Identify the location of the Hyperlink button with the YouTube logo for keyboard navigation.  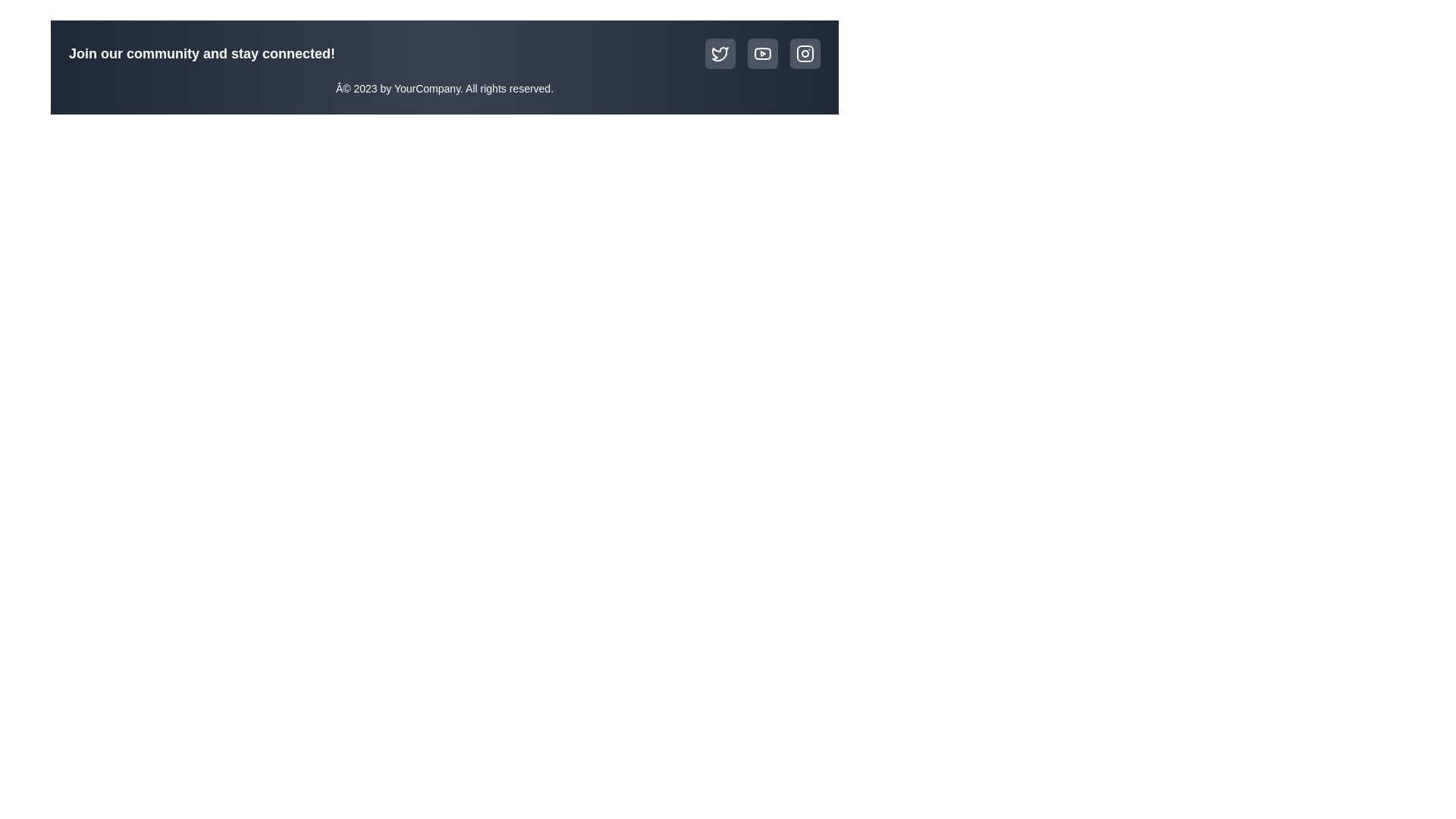
(763, 52).